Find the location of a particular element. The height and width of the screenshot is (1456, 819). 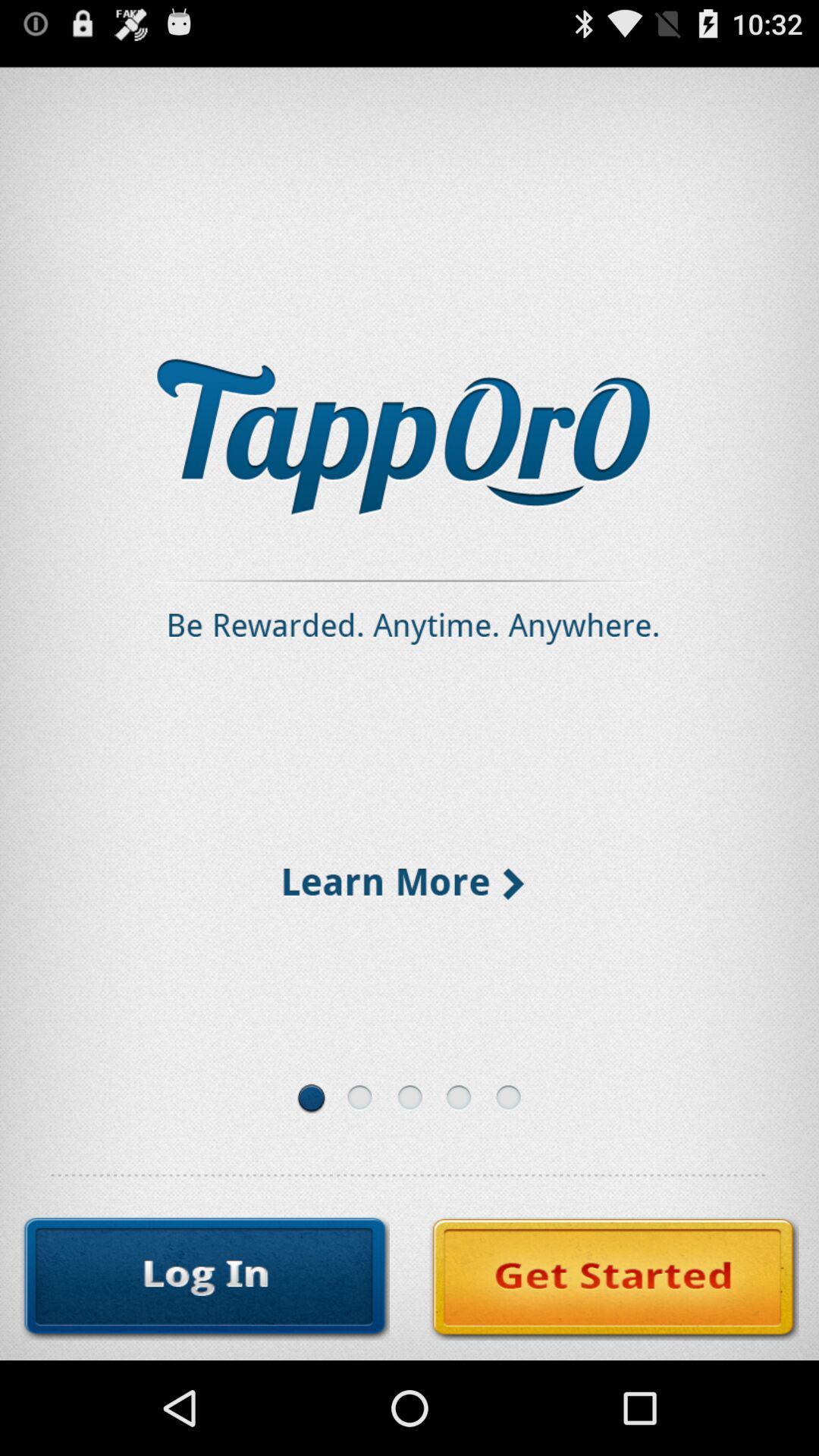

login is located at coordinates (205, 1278).